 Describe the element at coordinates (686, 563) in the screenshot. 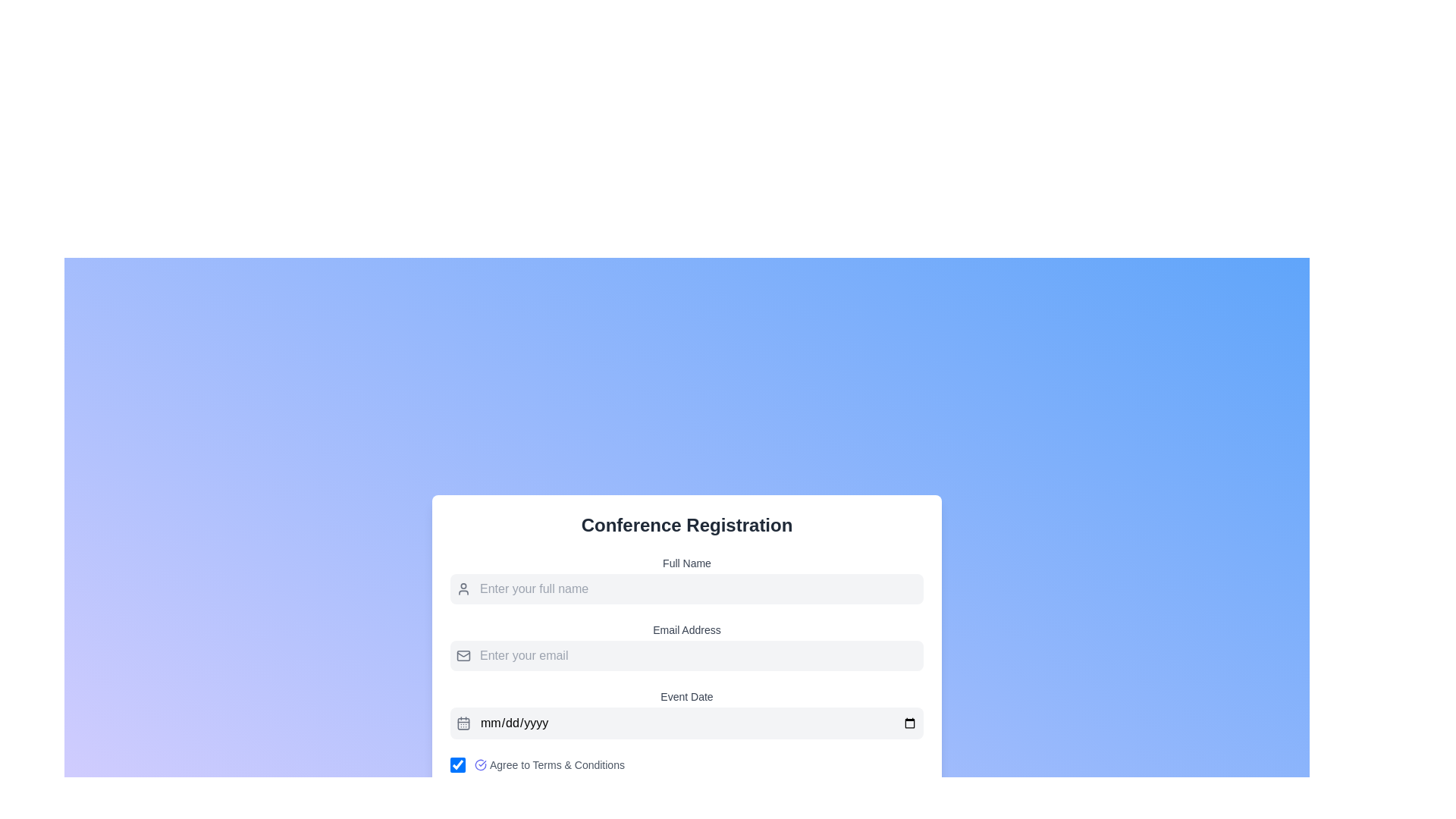

I see `the text label that instructs users to enter their full name, which is located above the associated input field` at that location.